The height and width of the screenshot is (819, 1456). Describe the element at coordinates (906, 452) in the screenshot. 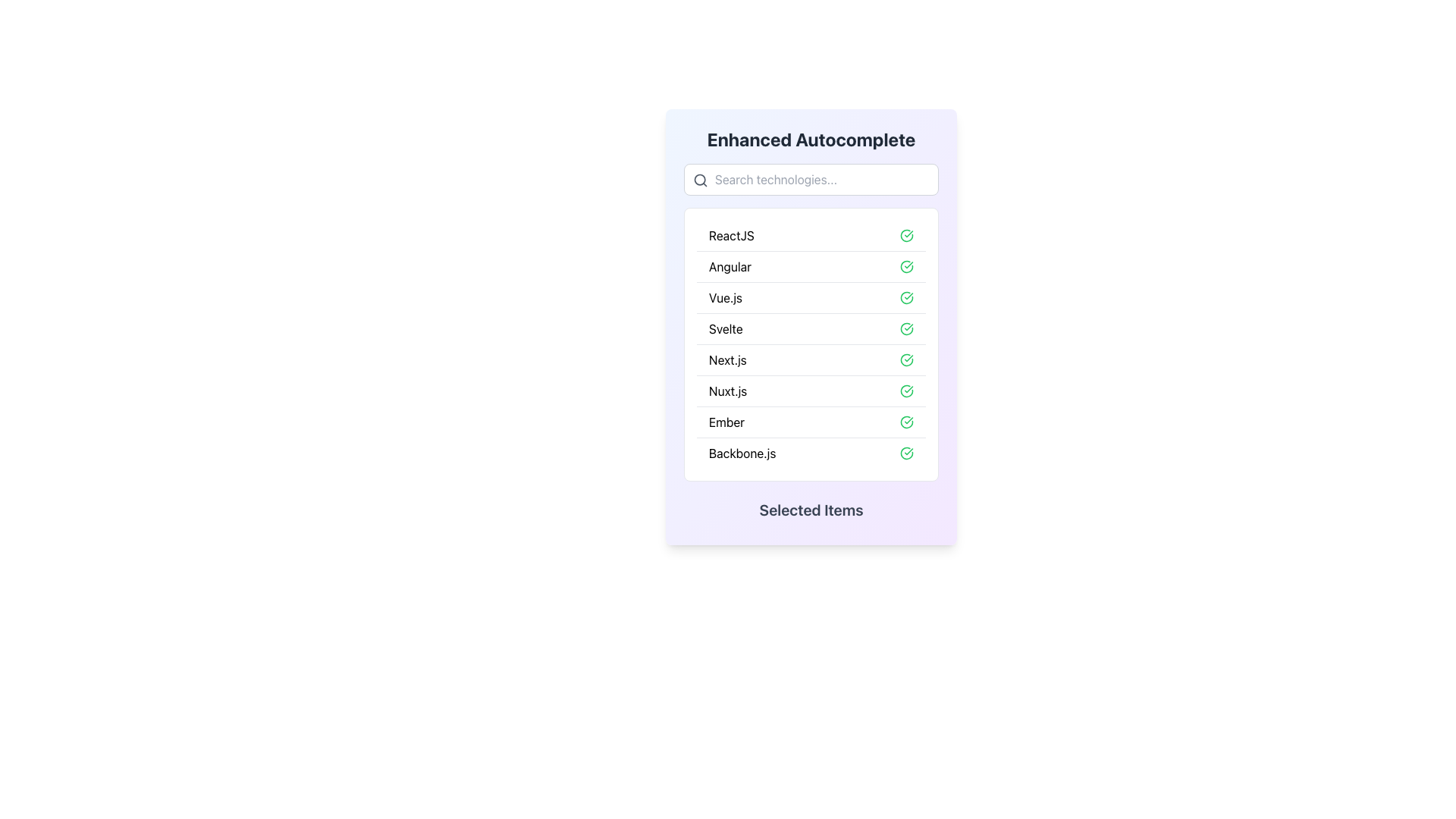

I see `the icon indicating the selected or approved state of 'Backbone.js' located at the right end of its row` at that location.